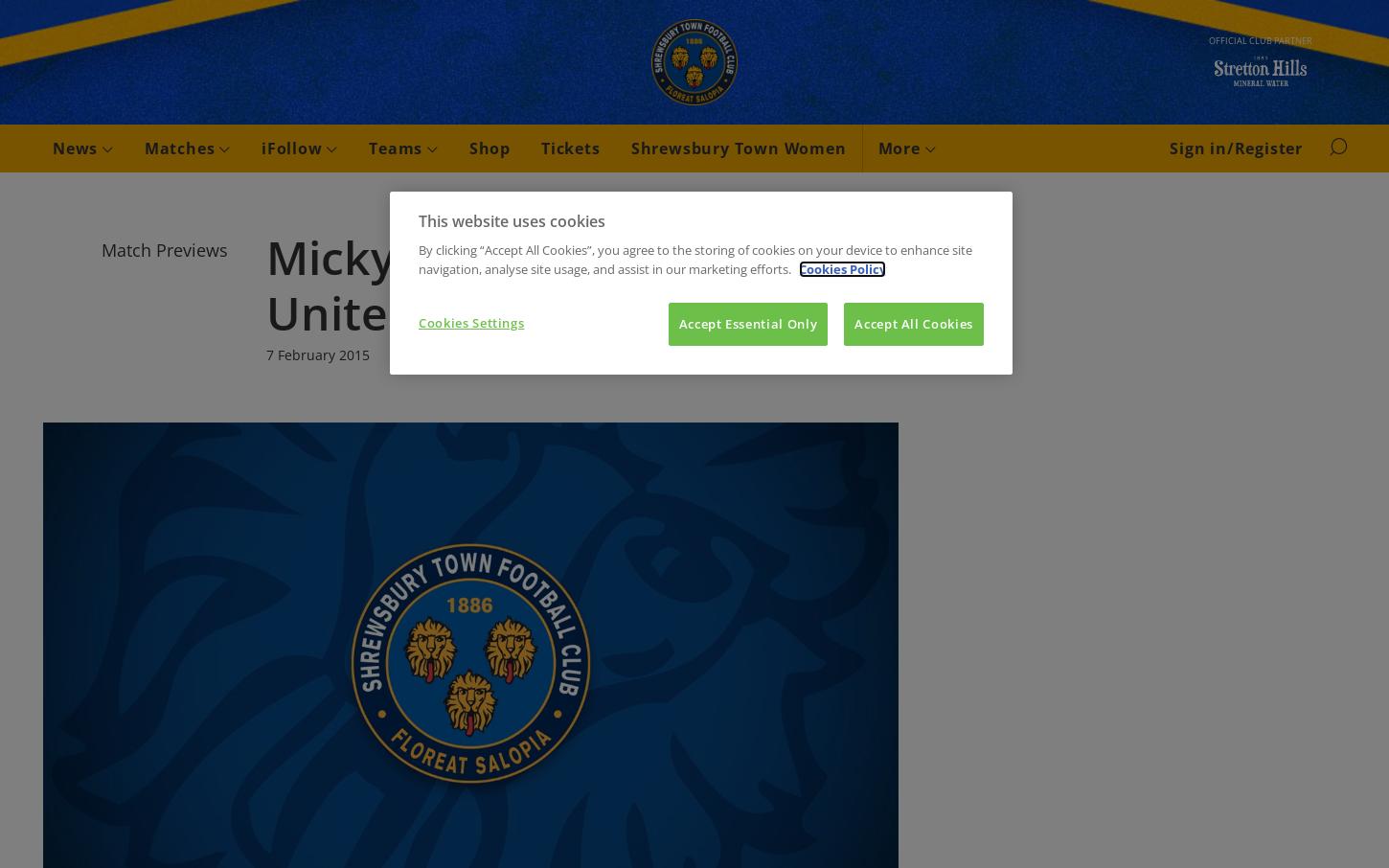 This screenshot has width=1389, height=868. What do you see at coordinates (738, 148) in the screenshot?
I see `'Shrewsbury Town Women'` at bounding box center [738, 148].